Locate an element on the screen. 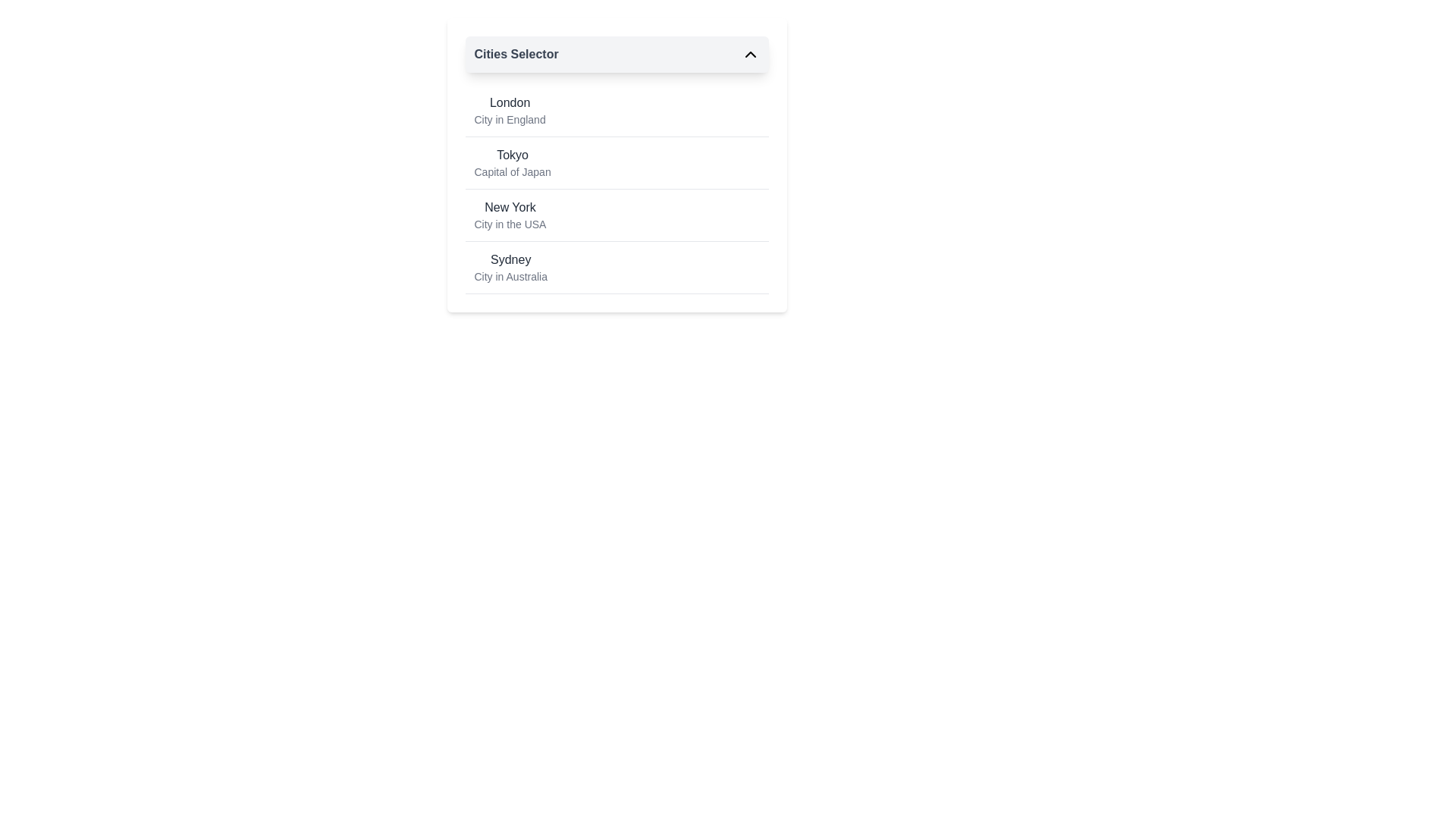 The height and width of the screenshot is (819, 1456). the text label representing the city 'London' is located at coordinates (510, 102).